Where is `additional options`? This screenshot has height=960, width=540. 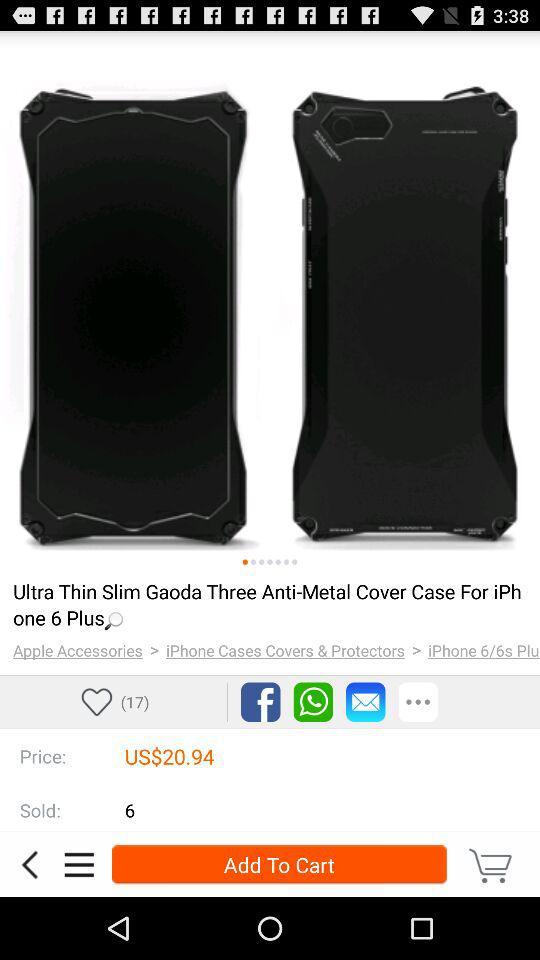
additional options is located at coordinates (417, 702).